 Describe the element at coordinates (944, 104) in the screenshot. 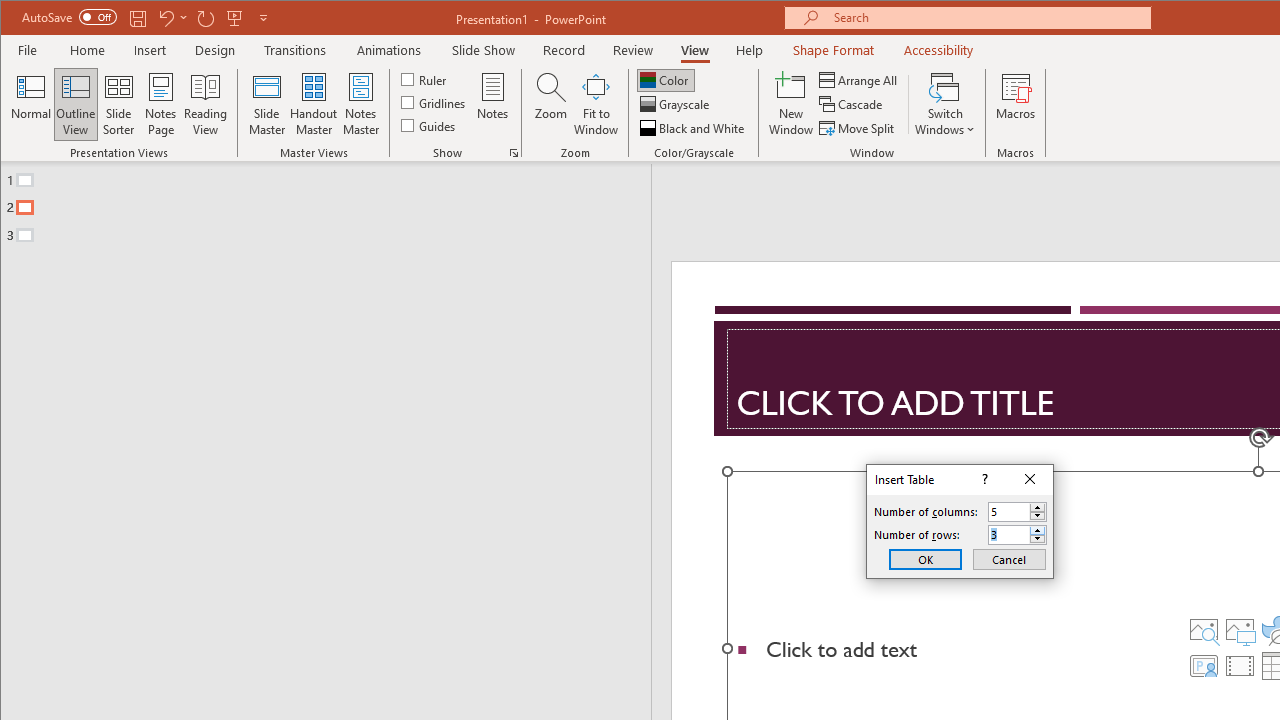

I see `'Switch Windows'` at that location.